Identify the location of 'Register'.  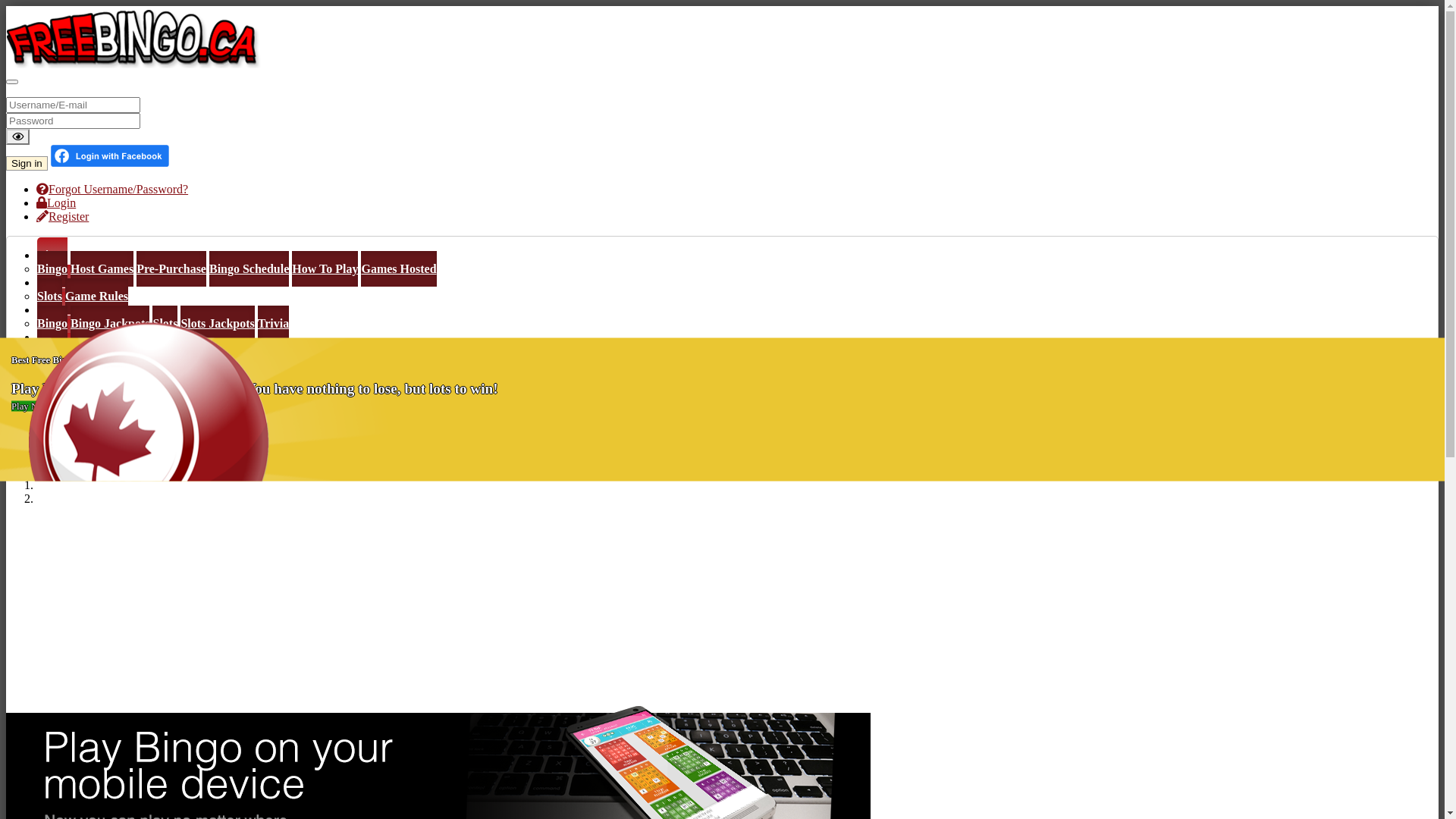
(61, 216).